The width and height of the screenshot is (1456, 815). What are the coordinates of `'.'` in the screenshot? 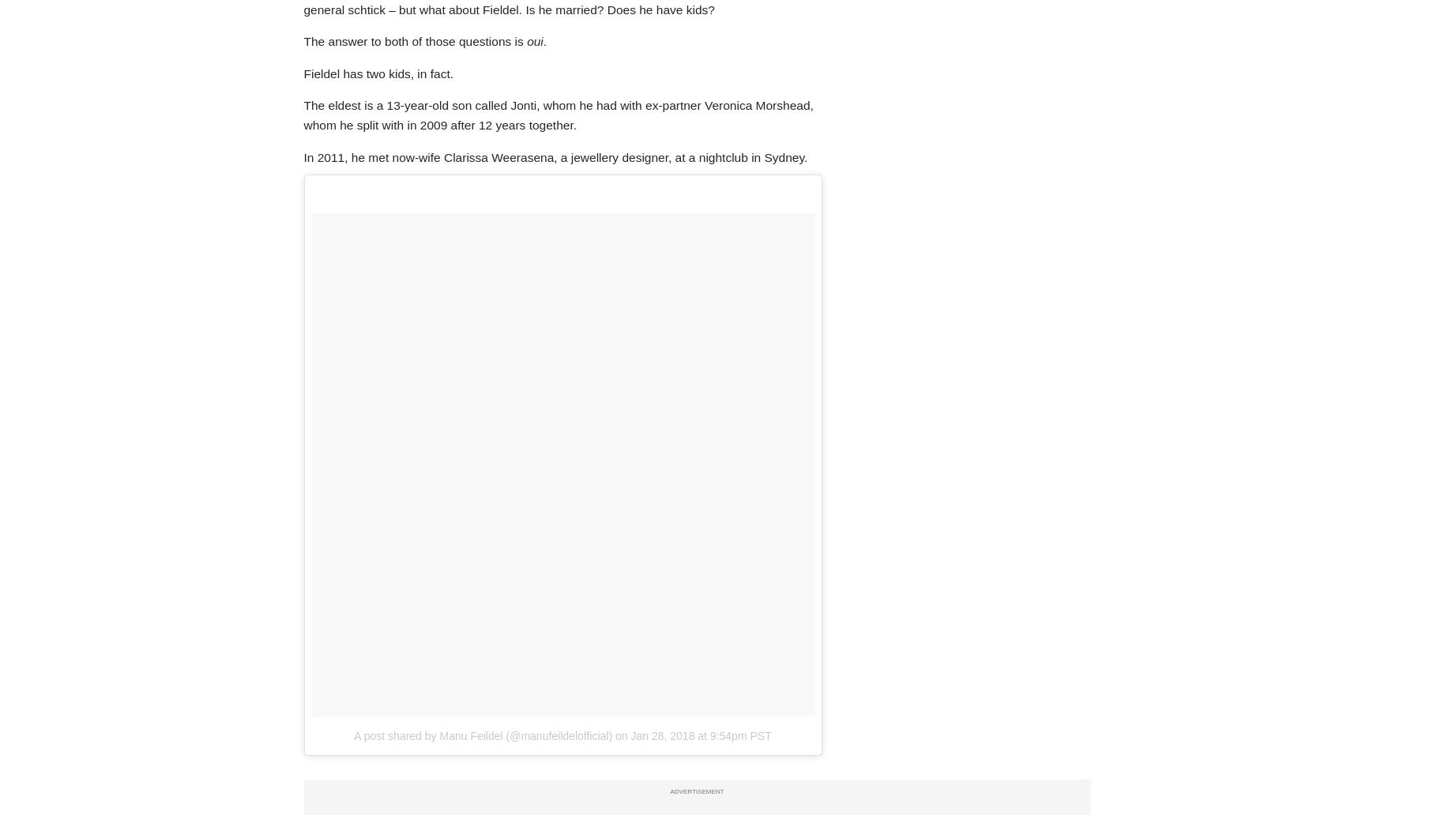 It's located at (542, 41).